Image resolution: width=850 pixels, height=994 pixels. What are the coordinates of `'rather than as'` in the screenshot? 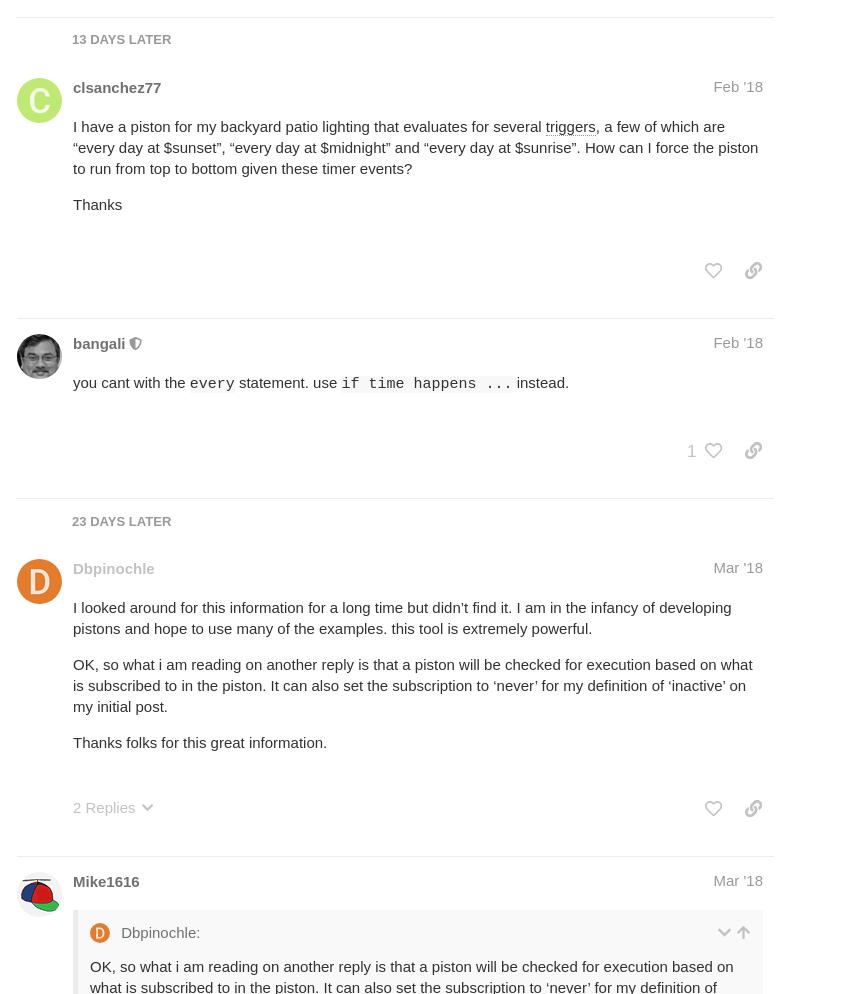 It's located at (410, 444).